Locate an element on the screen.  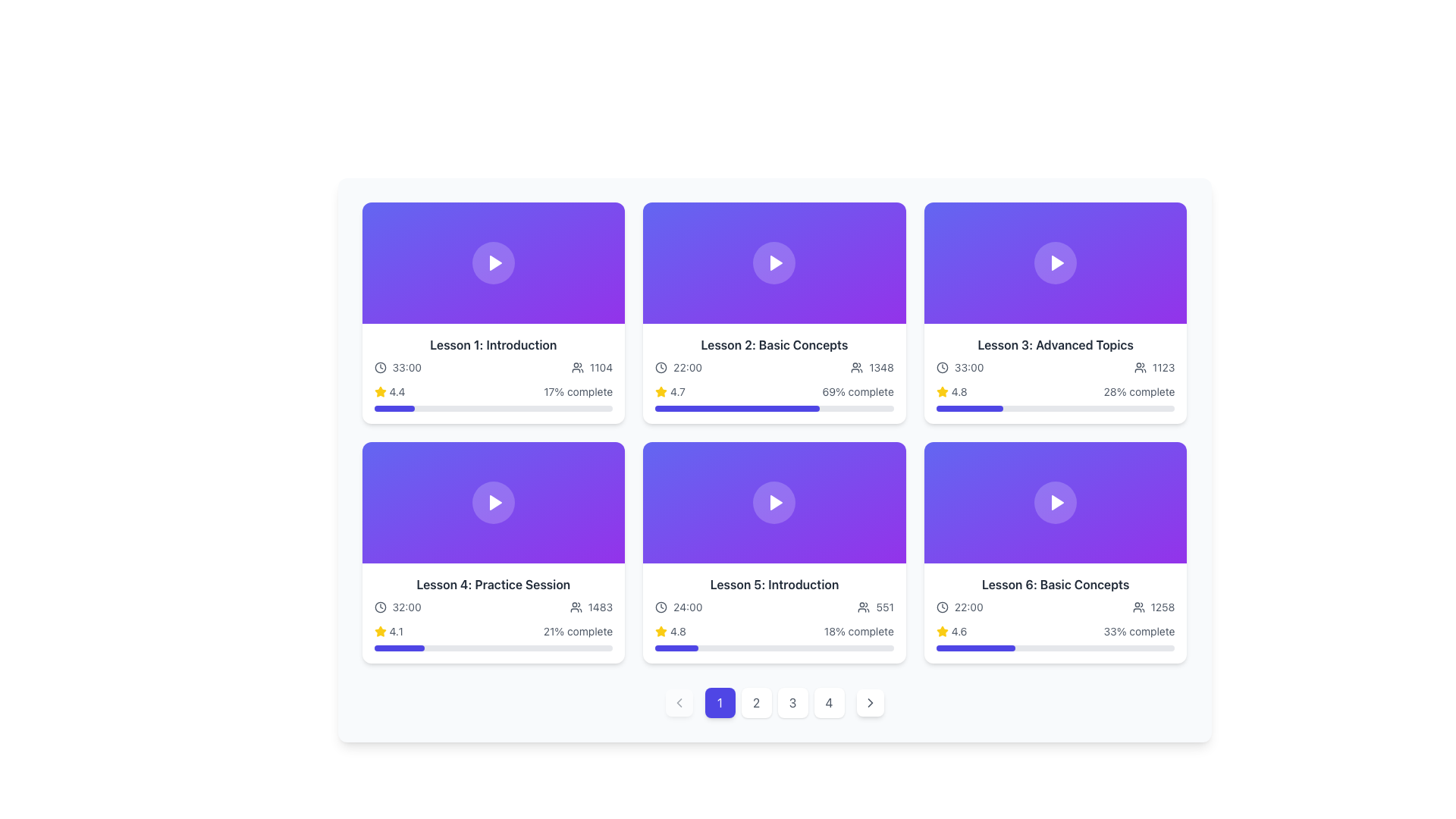
the star icon filled with yellow color that is part of the rating display for 'Lesson 3: Advanced Topics', located to the left of the numeric rating text '4.8' is located at coordinates (941, 391).